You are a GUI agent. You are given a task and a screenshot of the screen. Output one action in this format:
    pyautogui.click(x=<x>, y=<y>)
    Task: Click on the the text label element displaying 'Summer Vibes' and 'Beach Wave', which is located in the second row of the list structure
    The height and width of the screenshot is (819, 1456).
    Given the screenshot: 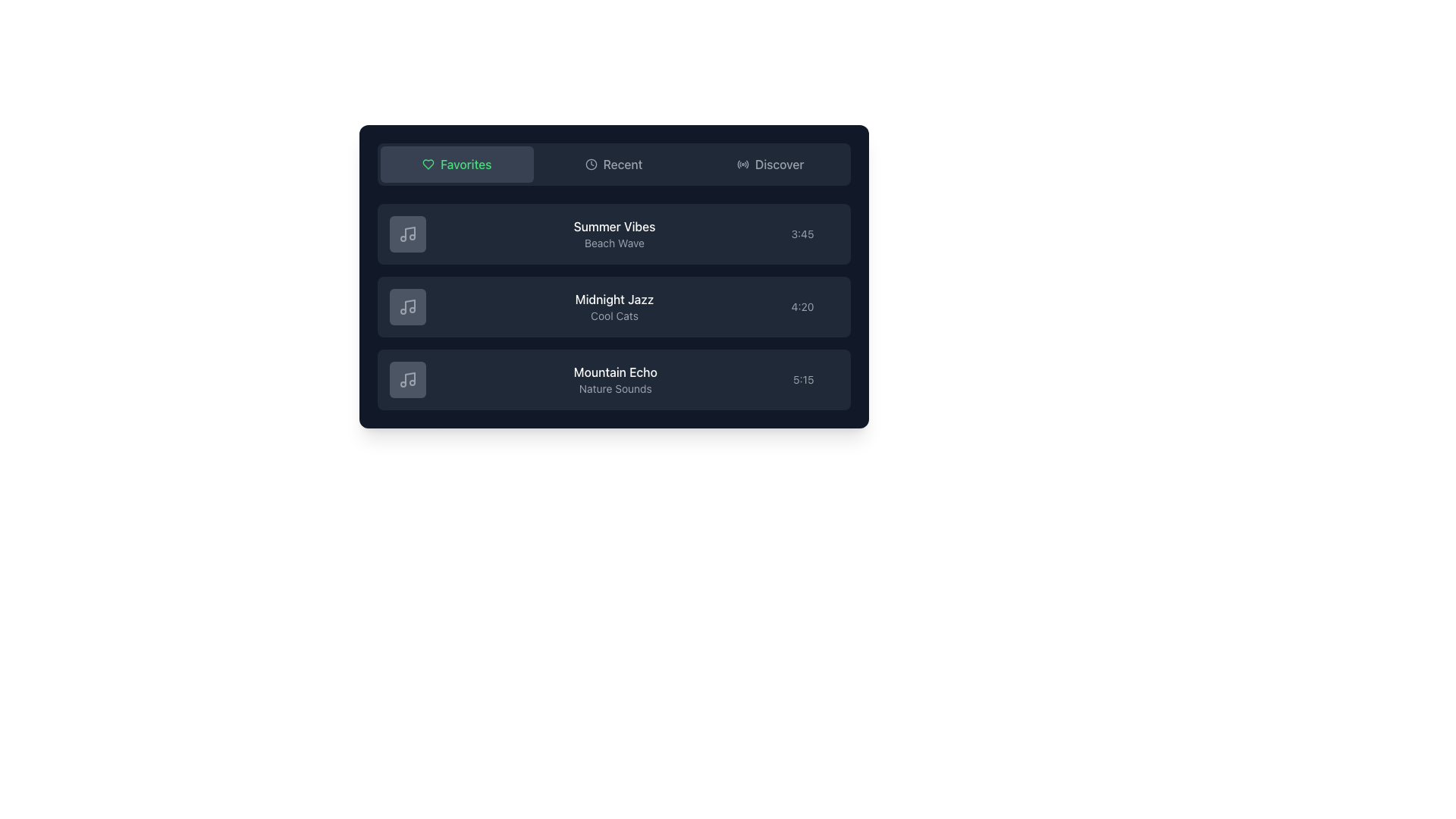 What is the action you would take?
    pyautogui.click(x=614, y=234)
    